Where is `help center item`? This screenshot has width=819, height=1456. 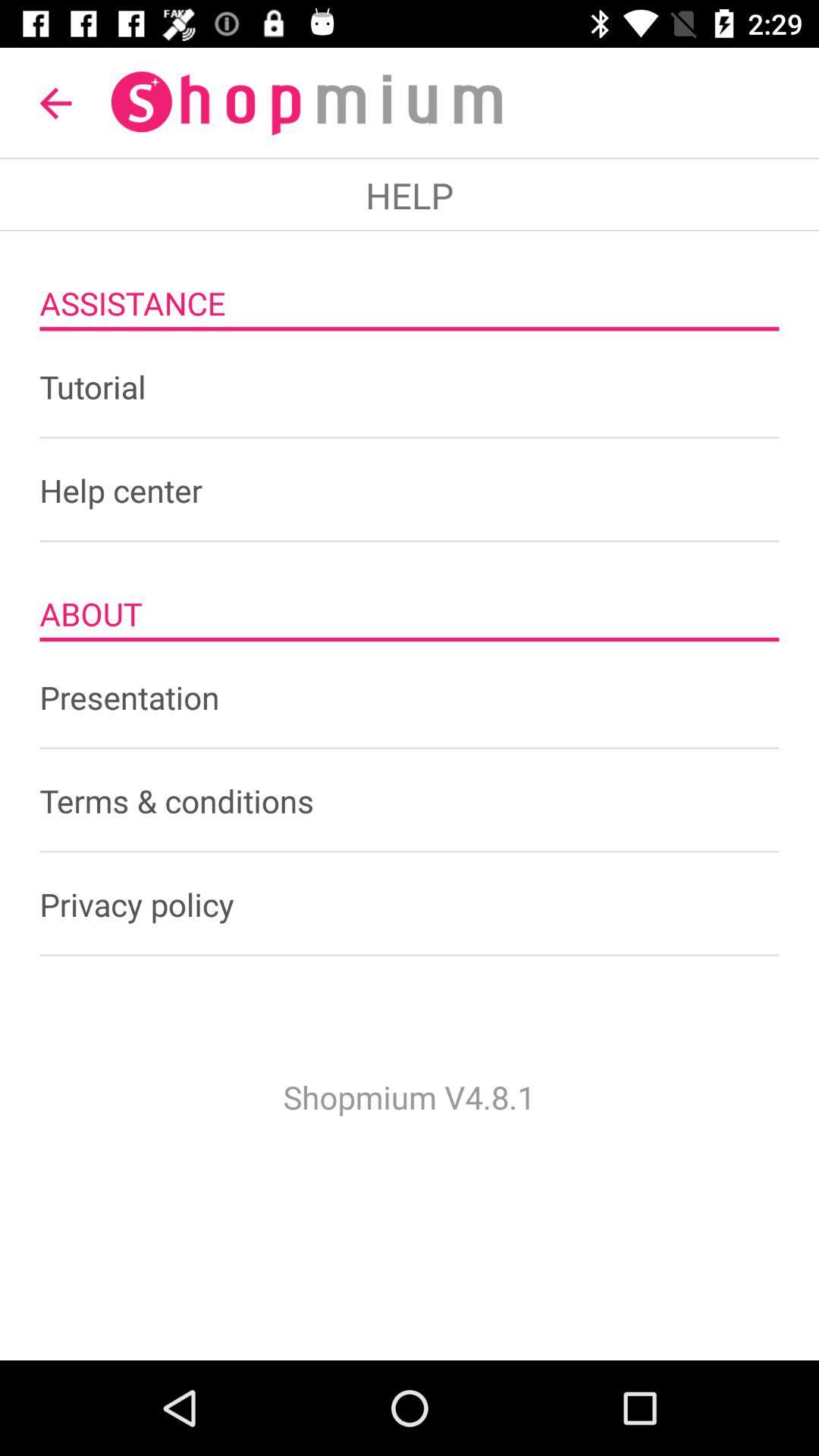
help center item is located at coordinates (409, 490).